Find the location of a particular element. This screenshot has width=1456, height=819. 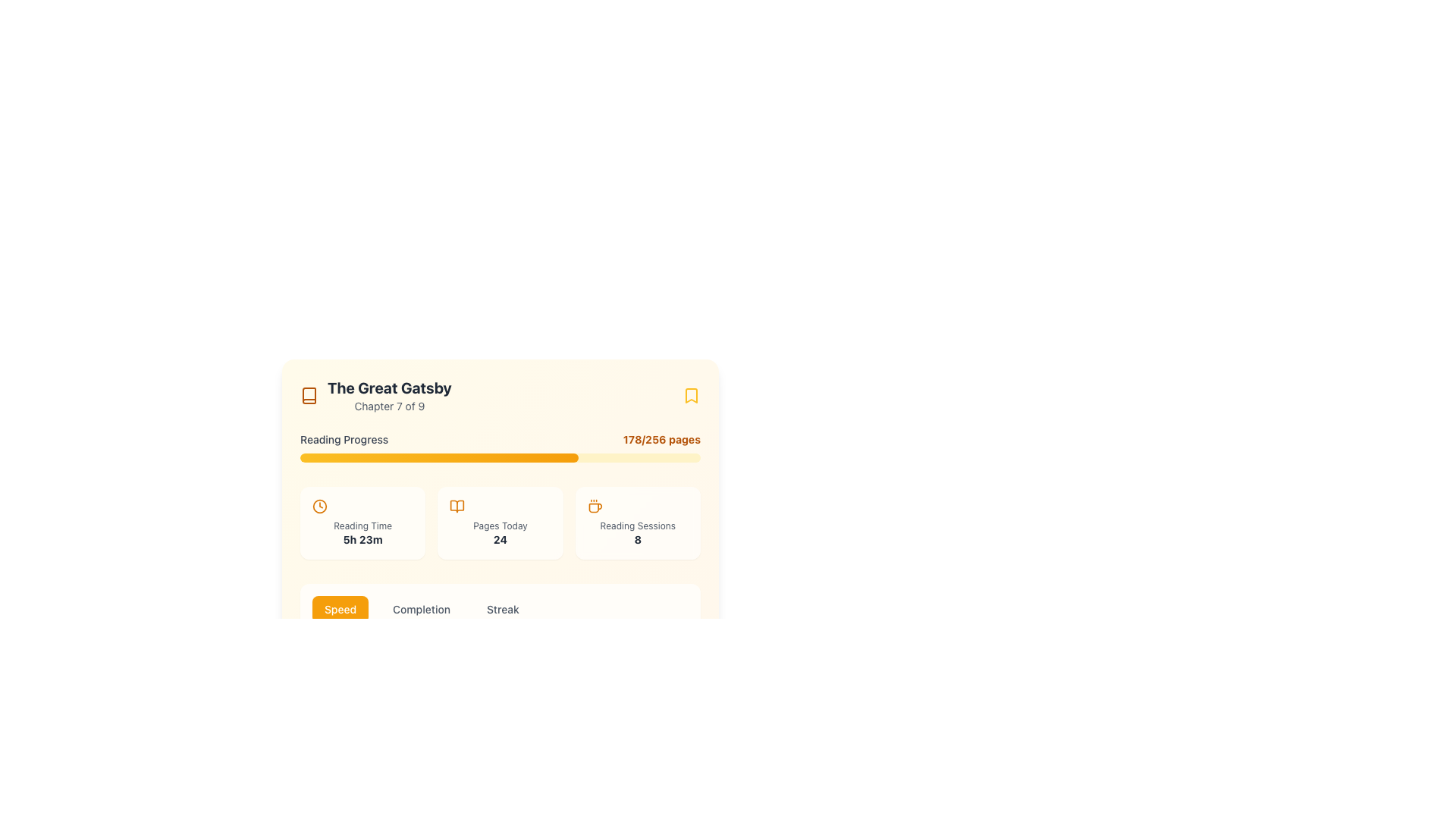

the Informational card that displays the total reading time spent, located beneath the 'Reading Progress' bar as the first card in a horizontal set of three cards is located at coordinates (362, 522).